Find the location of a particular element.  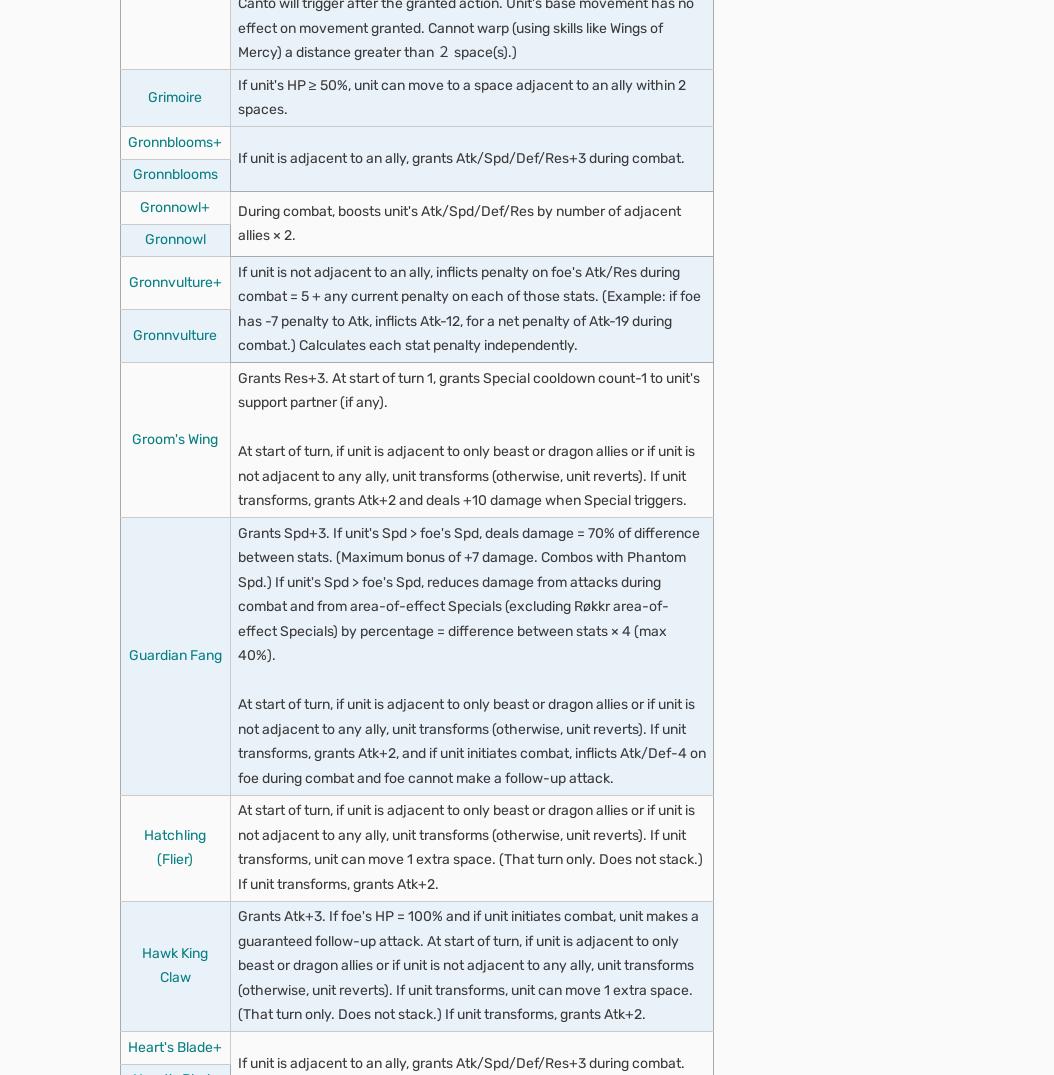

'Community' is located at coordinates (121, 353).